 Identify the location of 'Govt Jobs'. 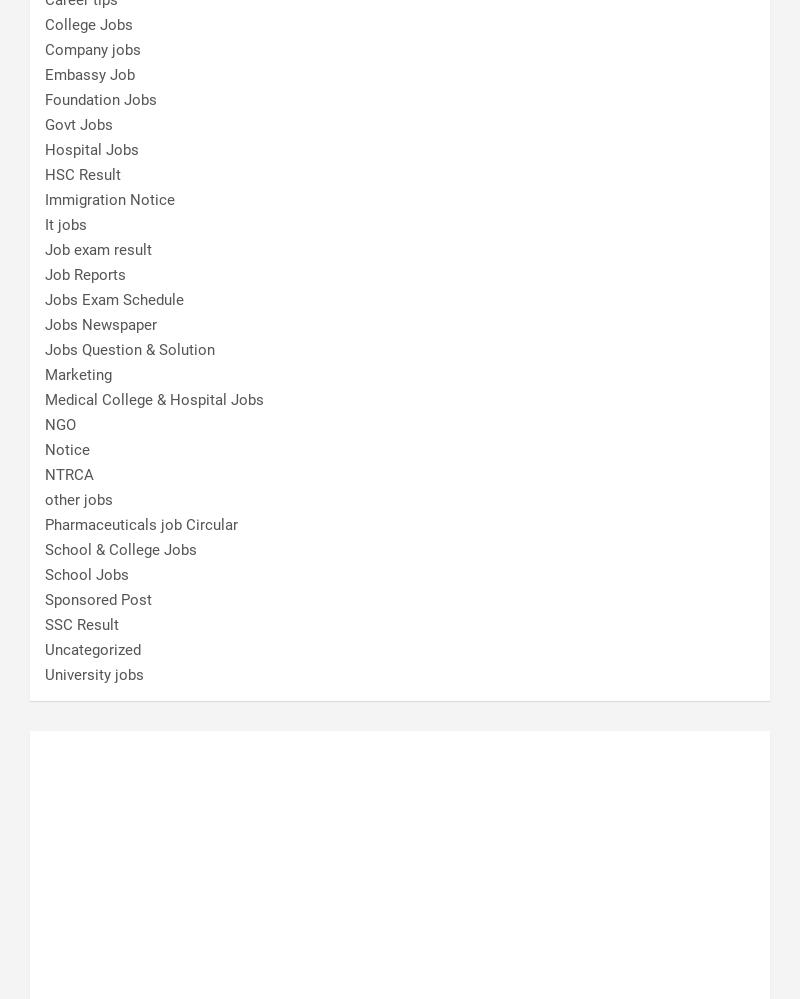
(78, 123).